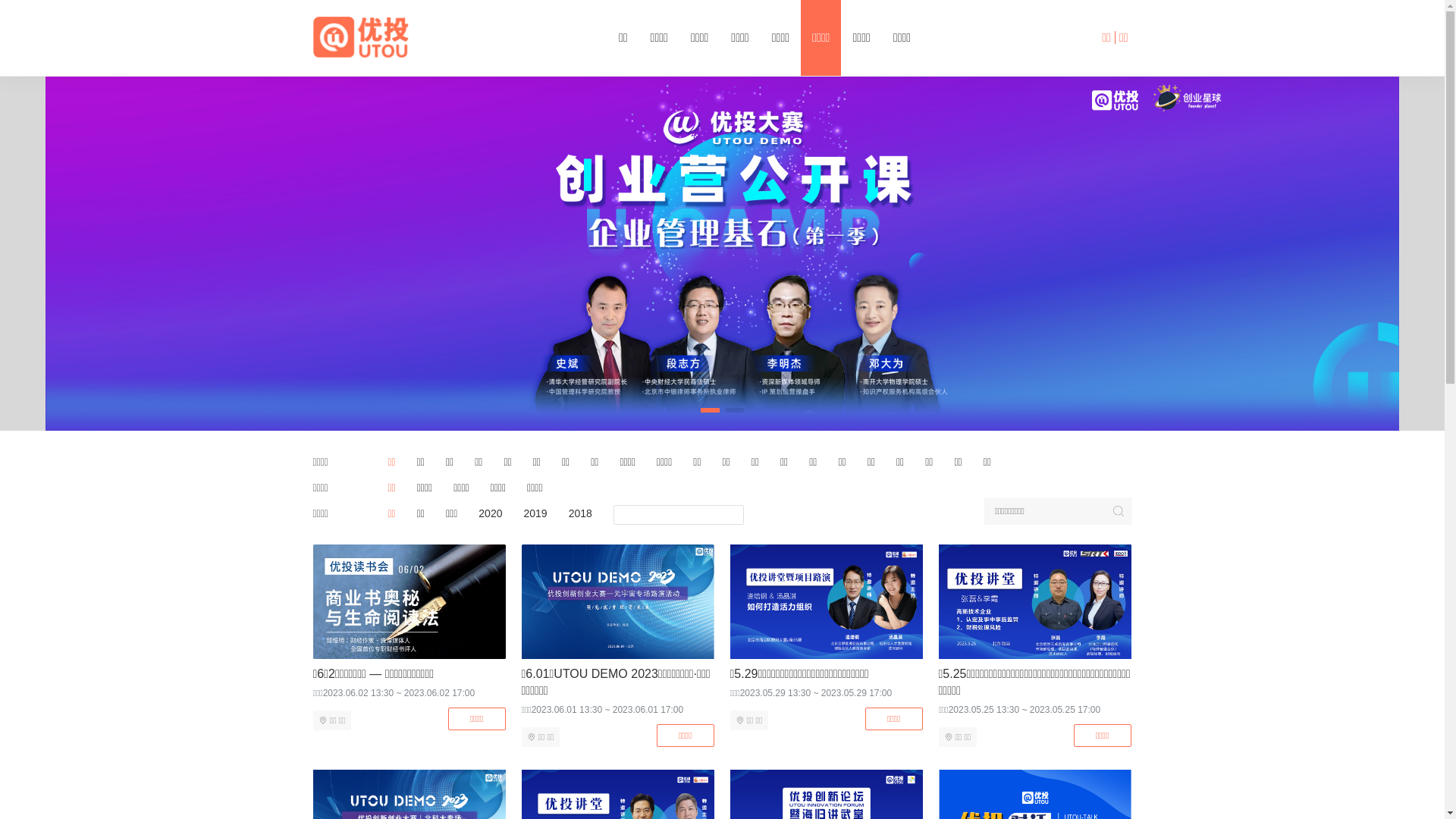  Describe the element at coordinates (523, 513) in the screenshot. I see `'2019'` at that location.